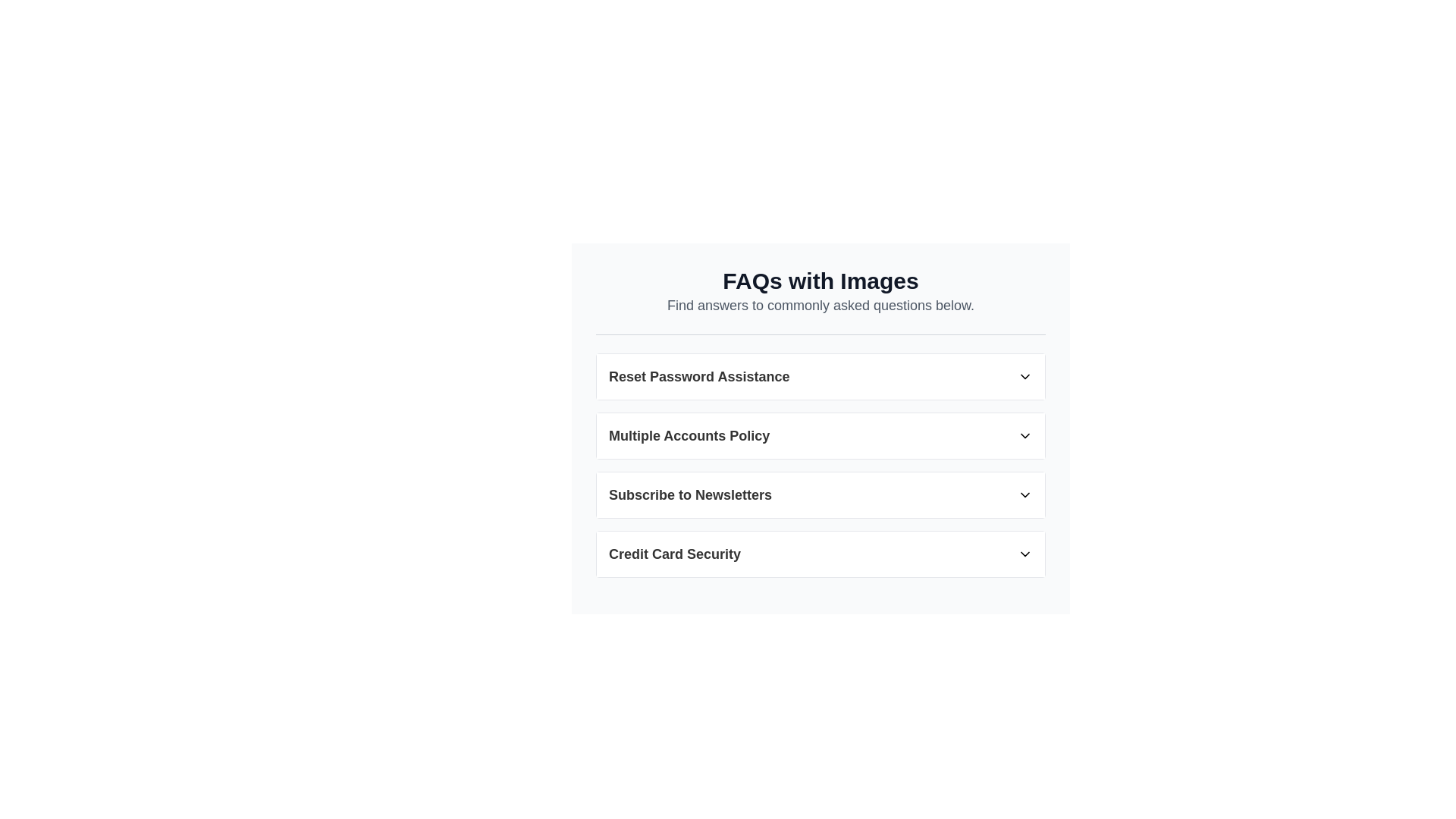 The width and height of the screenshot is (1456, 819). I want to click on the Dropdown menu item for 'Multiple Accounts Policy' located in the 'FAQs with Images' section, so click(820, 455).